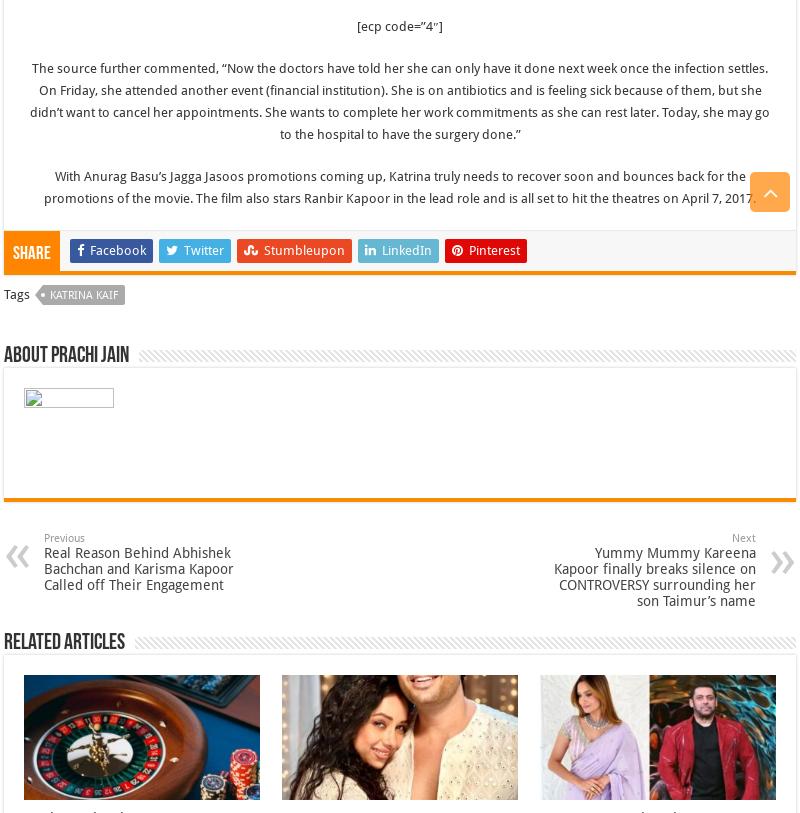  I want to click on 'Real Reason Behind Abhishek Bachchan and Karisma Kapoor Called off Their Engagement', so click(138, 567).